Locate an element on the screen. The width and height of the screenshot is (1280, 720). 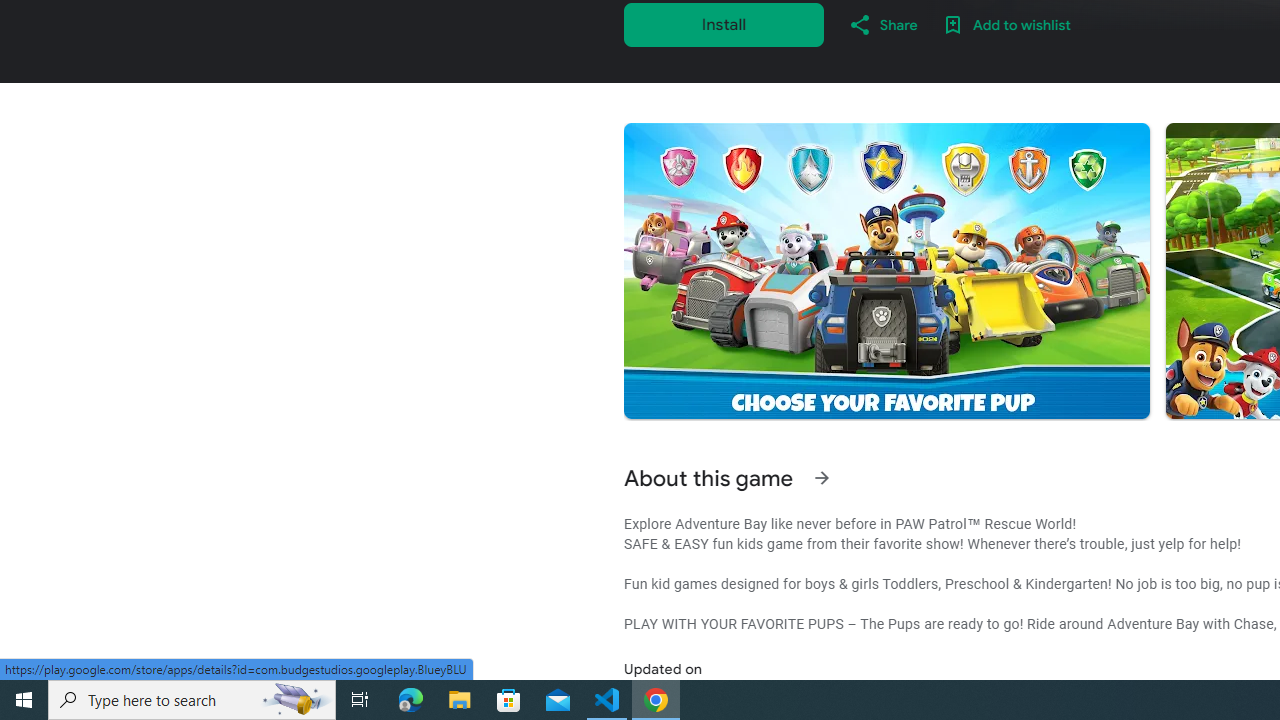
'Share' is located at coordinates (880, 24).